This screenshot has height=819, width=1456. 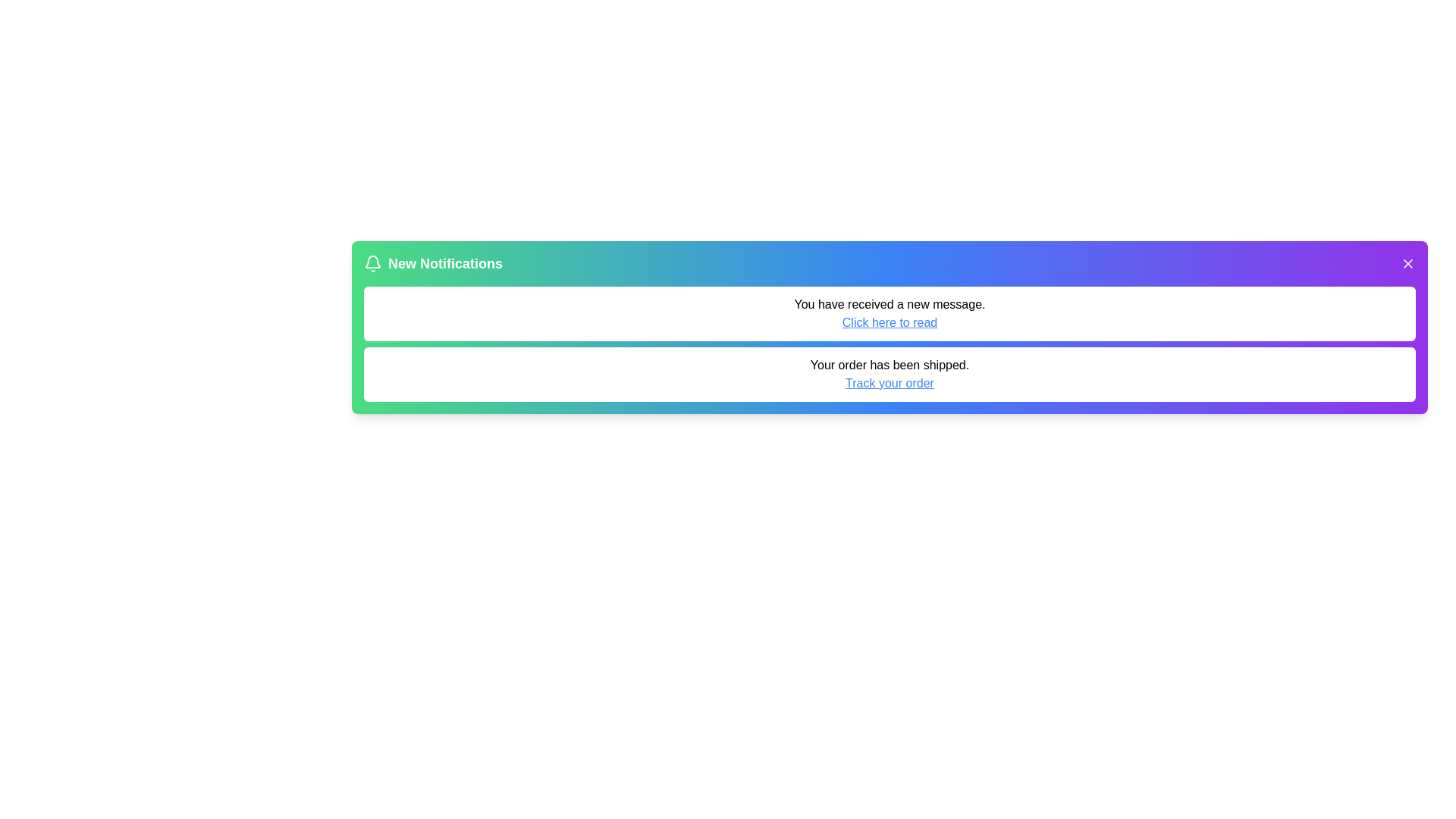 What do you see at coordinates (372, 260) in the screenshot?
I see `the bell icon located at the leftmost side of the notification header` at bounding box center [372, 260].